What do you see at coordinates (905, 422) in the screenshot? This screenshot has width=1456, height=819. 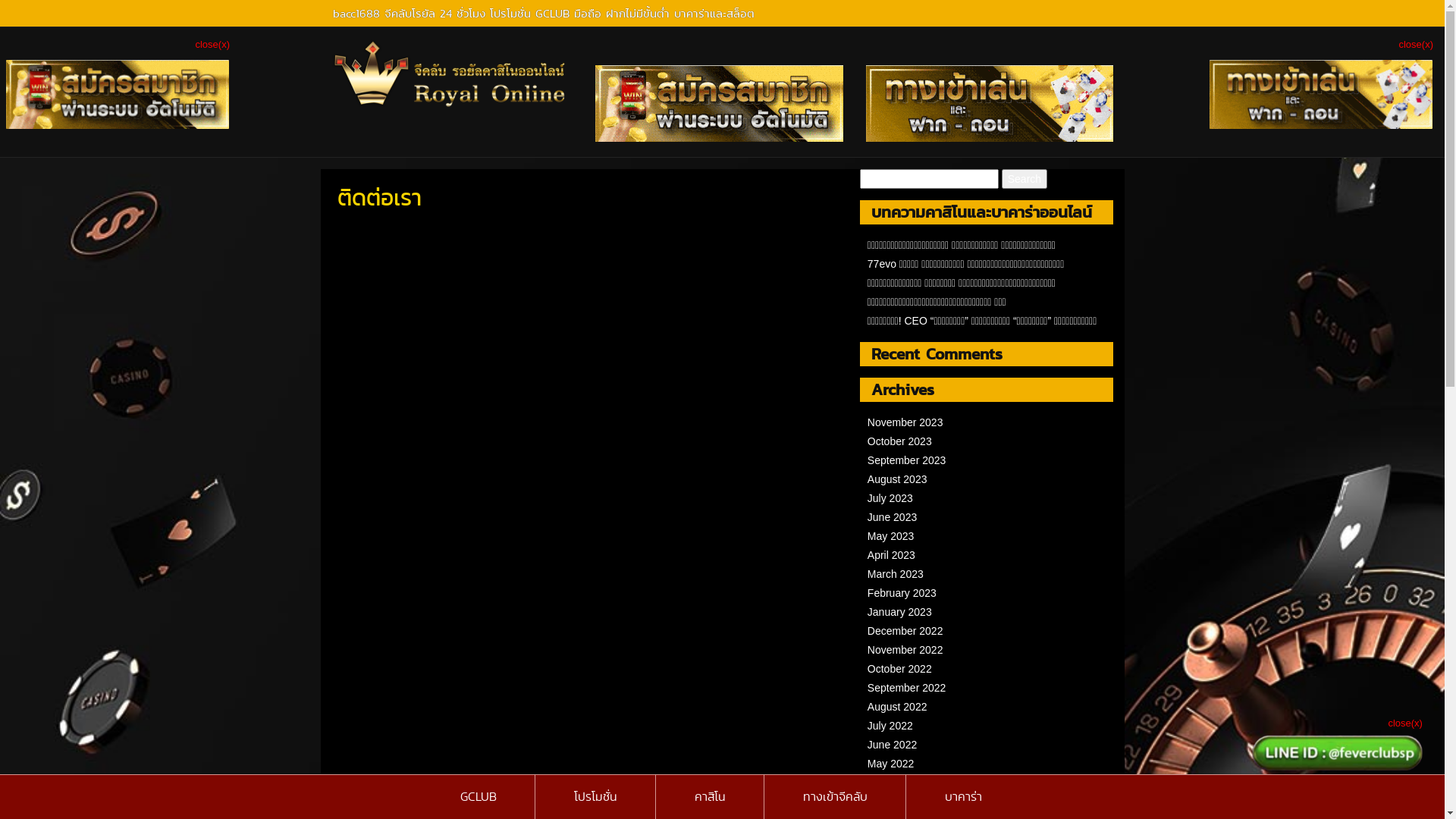 I see `'November 2023'` at bounding box center [905, 422].